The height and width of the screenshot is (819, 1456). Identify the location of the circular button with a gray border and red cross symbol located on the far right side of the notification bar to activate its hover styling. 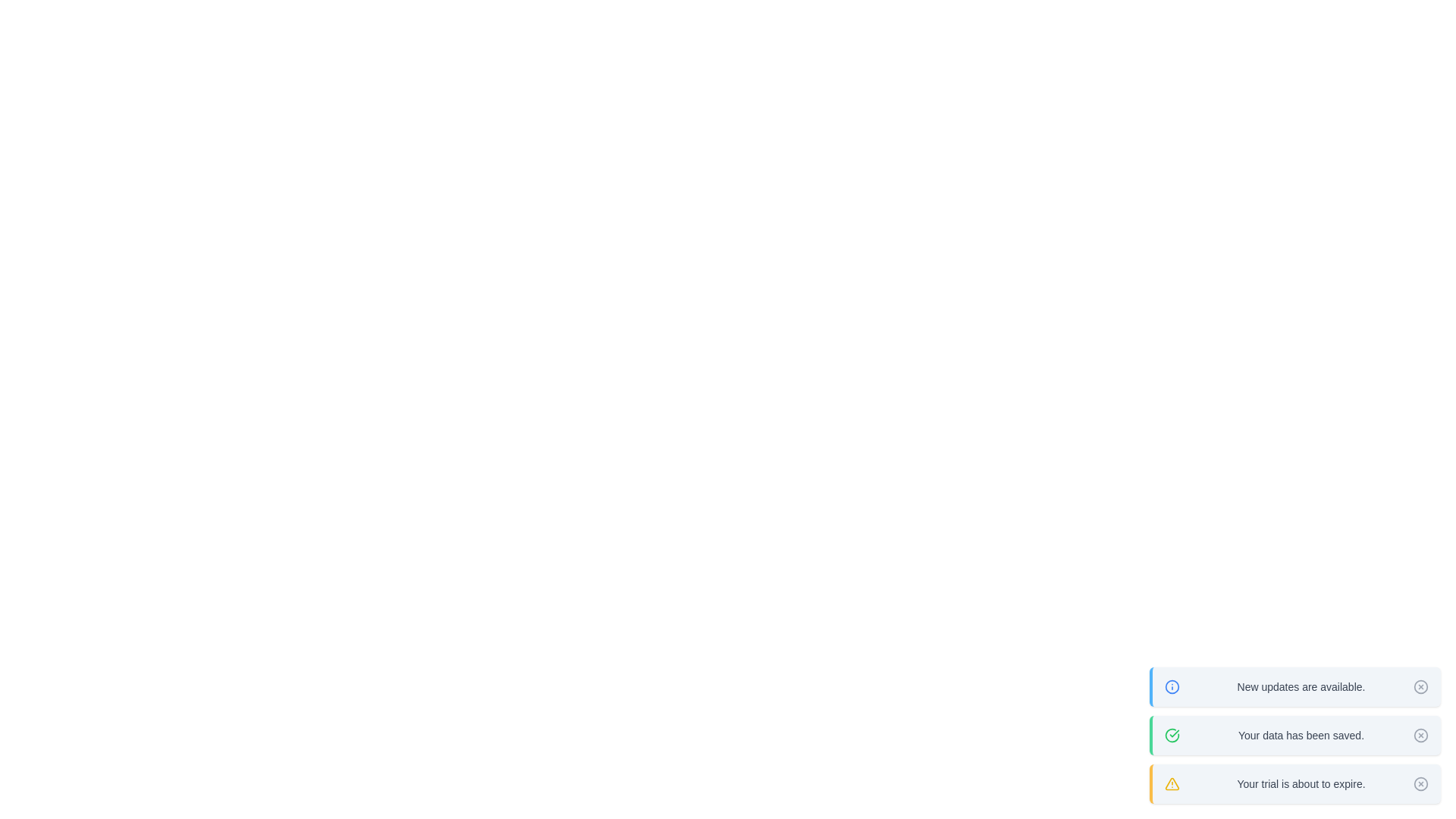
(1420, 734).